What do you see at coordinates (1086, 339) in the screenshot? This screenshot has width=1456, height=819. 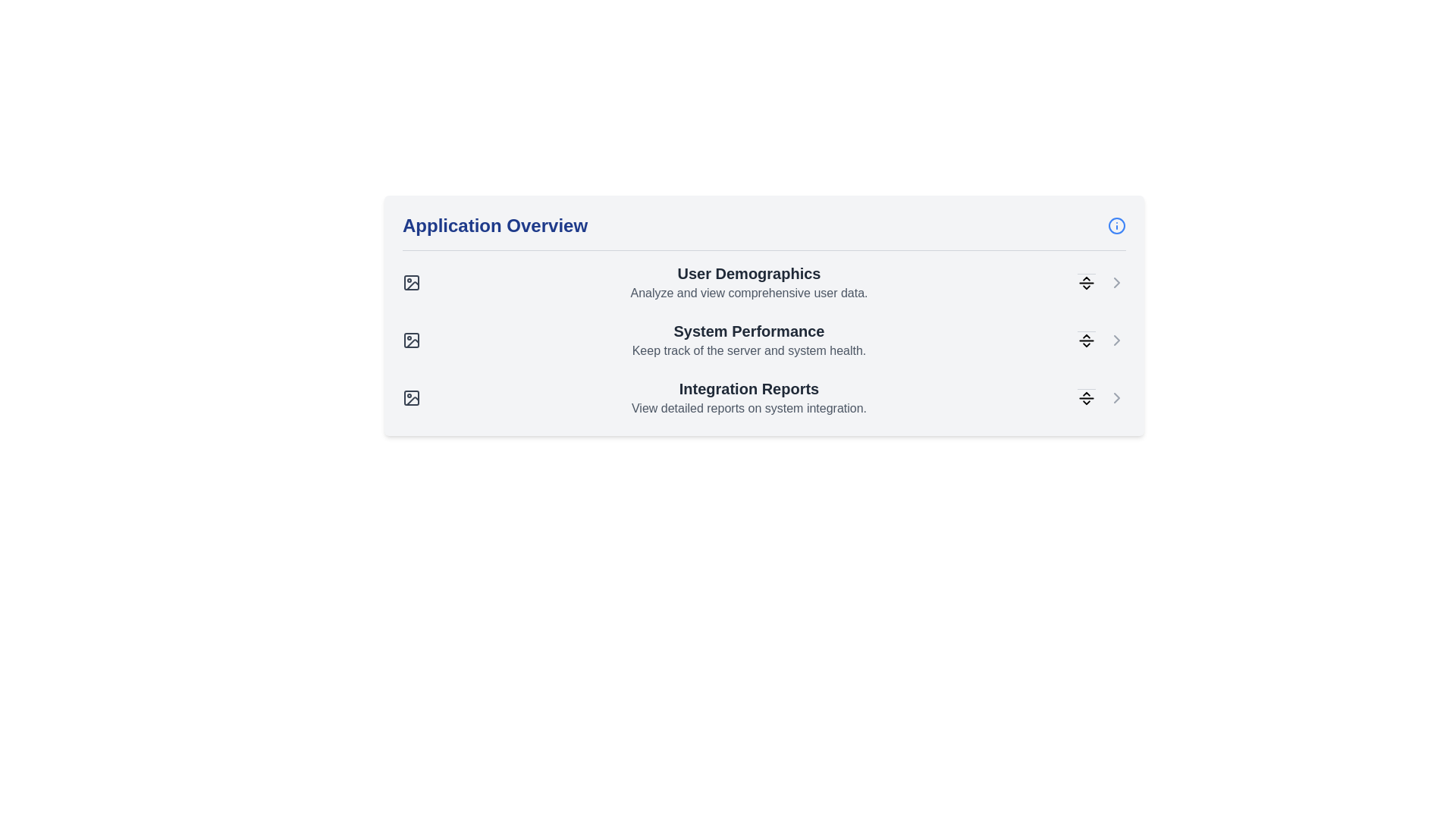 I see `the interactive control icon, which features two arrow-like indicators pointing up and down, located next` at bounding box center [1086, 339].